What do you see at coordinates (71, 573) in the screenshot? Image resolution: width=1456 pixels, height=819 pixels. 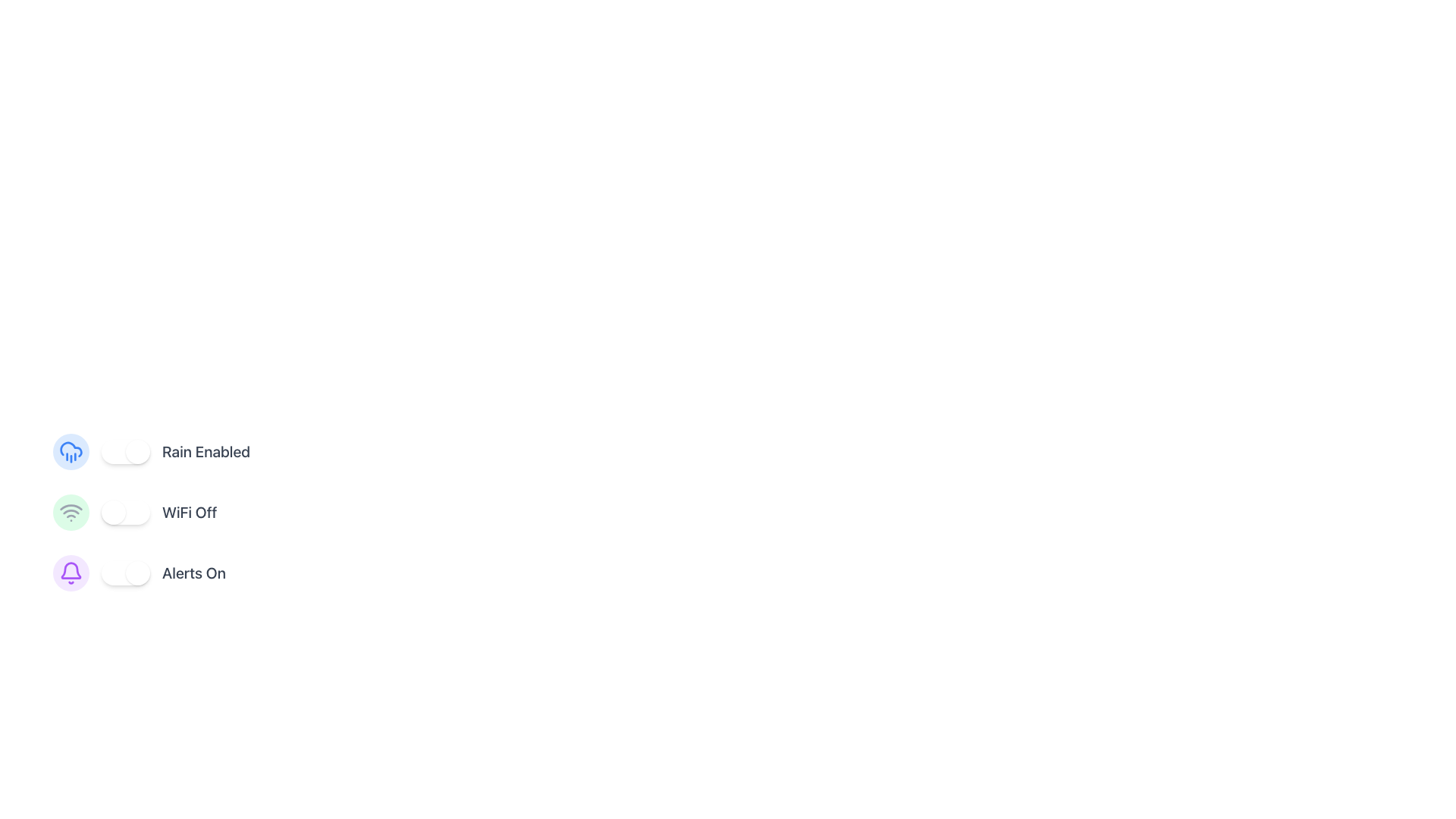 I see `the alerts notification icon located at the leftmost position of the horizontal layout containing a toggle switch and a text label 'Alerts On'` at bounding box center [71, 573].